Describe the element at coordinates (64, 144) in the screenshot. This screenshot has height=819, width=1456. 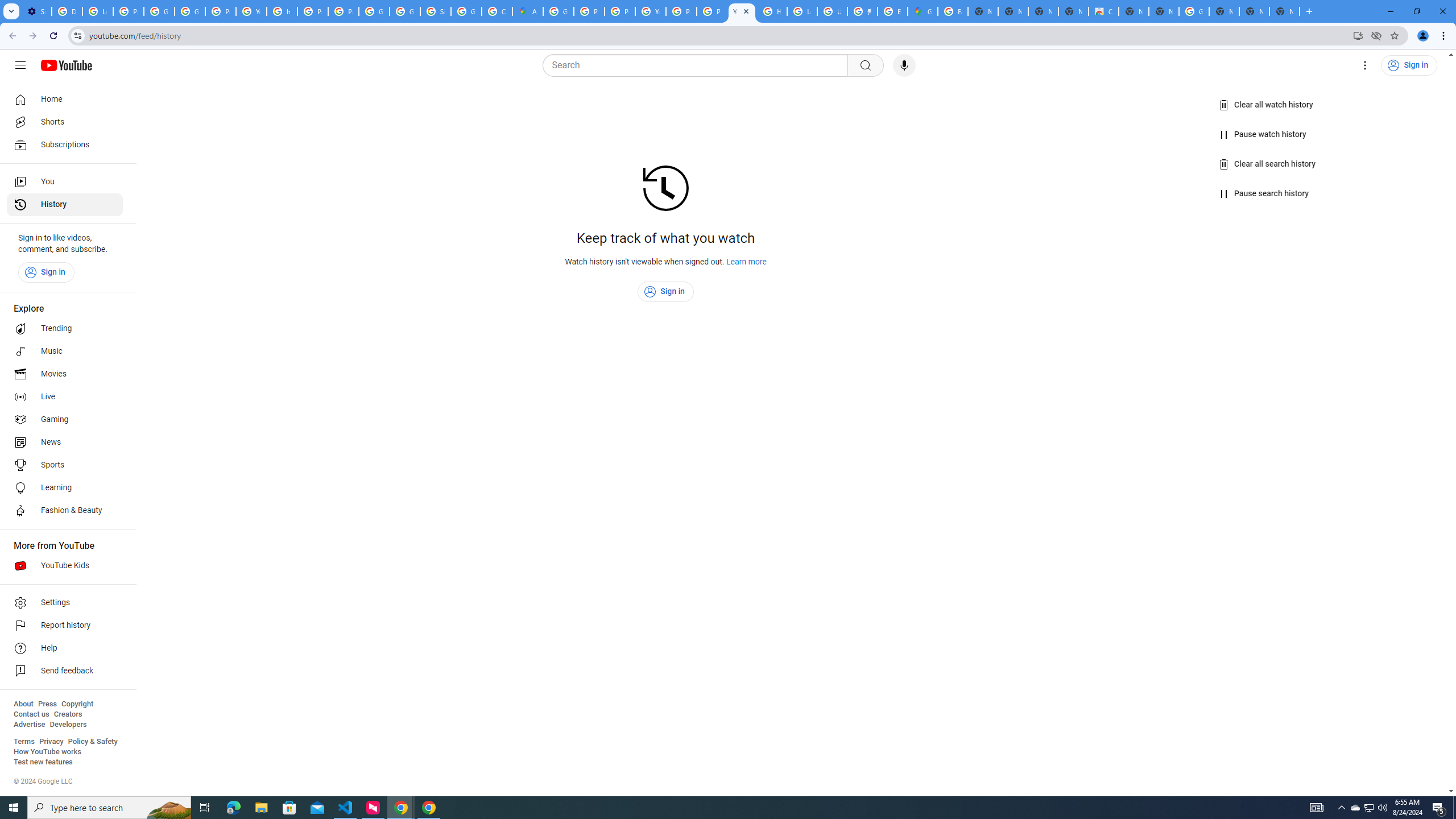
I see `'Subscriptions'` at that location.